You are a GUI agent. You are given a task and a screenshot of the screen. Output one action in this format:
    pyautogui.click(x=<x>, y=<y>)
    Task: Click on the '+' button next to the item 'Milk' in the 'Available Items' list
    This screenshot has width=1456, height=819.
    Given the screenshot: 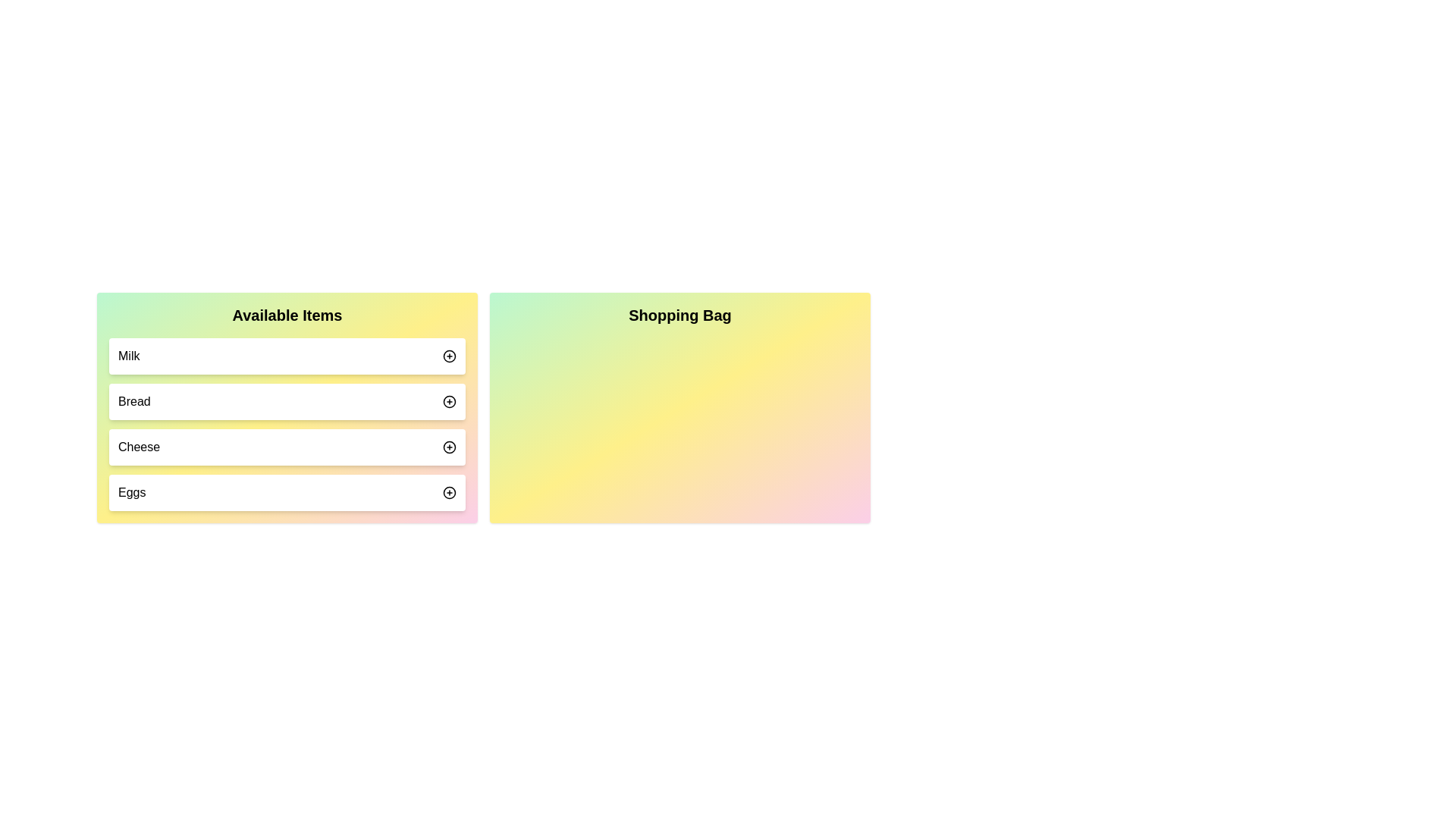 What is the action you would take?
    pyautogui.click(x=449, y=356)
    